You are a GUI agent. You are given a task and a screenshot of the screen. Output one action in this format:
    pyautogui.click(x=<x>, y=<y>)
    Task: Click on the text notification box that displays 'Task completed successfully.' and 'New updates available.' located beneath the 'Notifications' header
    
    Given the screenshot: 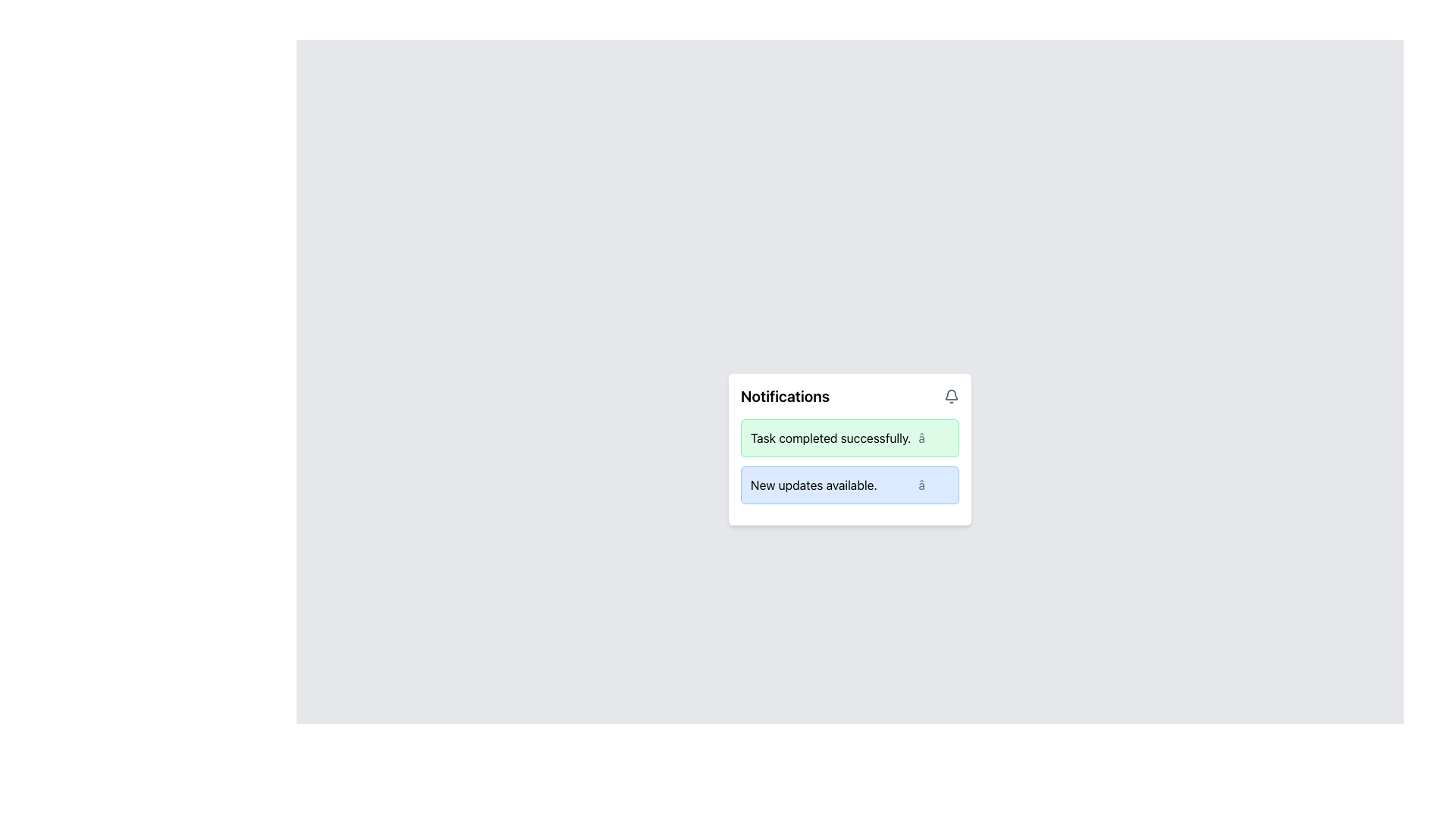 What is the action you would take?
    pyautogui.click(x=850, y=461)
    